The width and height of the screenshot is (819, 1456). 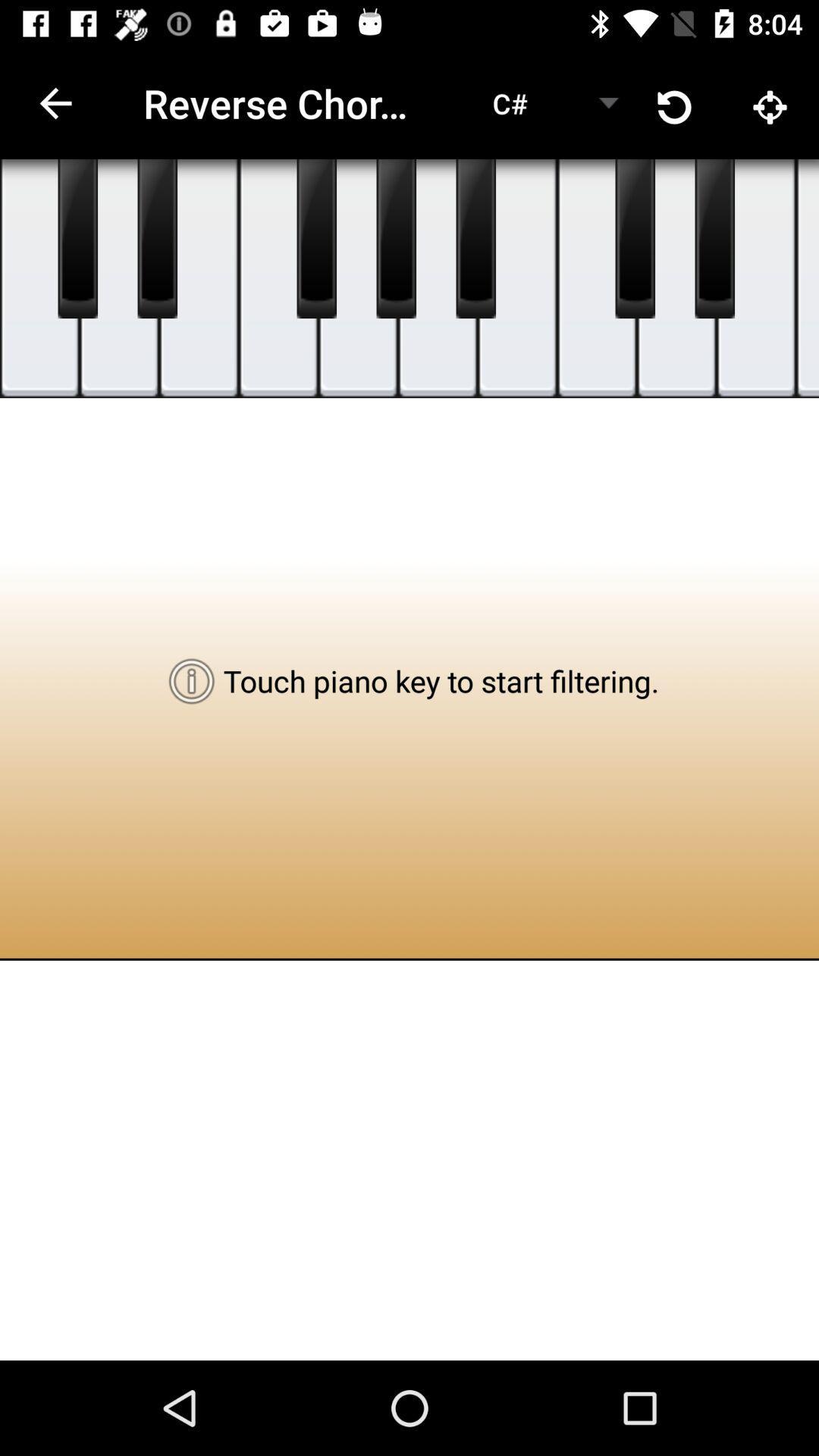 What do you see at coordinates (475, 238) in the screenshot?
I see `icon below the c#` at bounding box center [475, 238].